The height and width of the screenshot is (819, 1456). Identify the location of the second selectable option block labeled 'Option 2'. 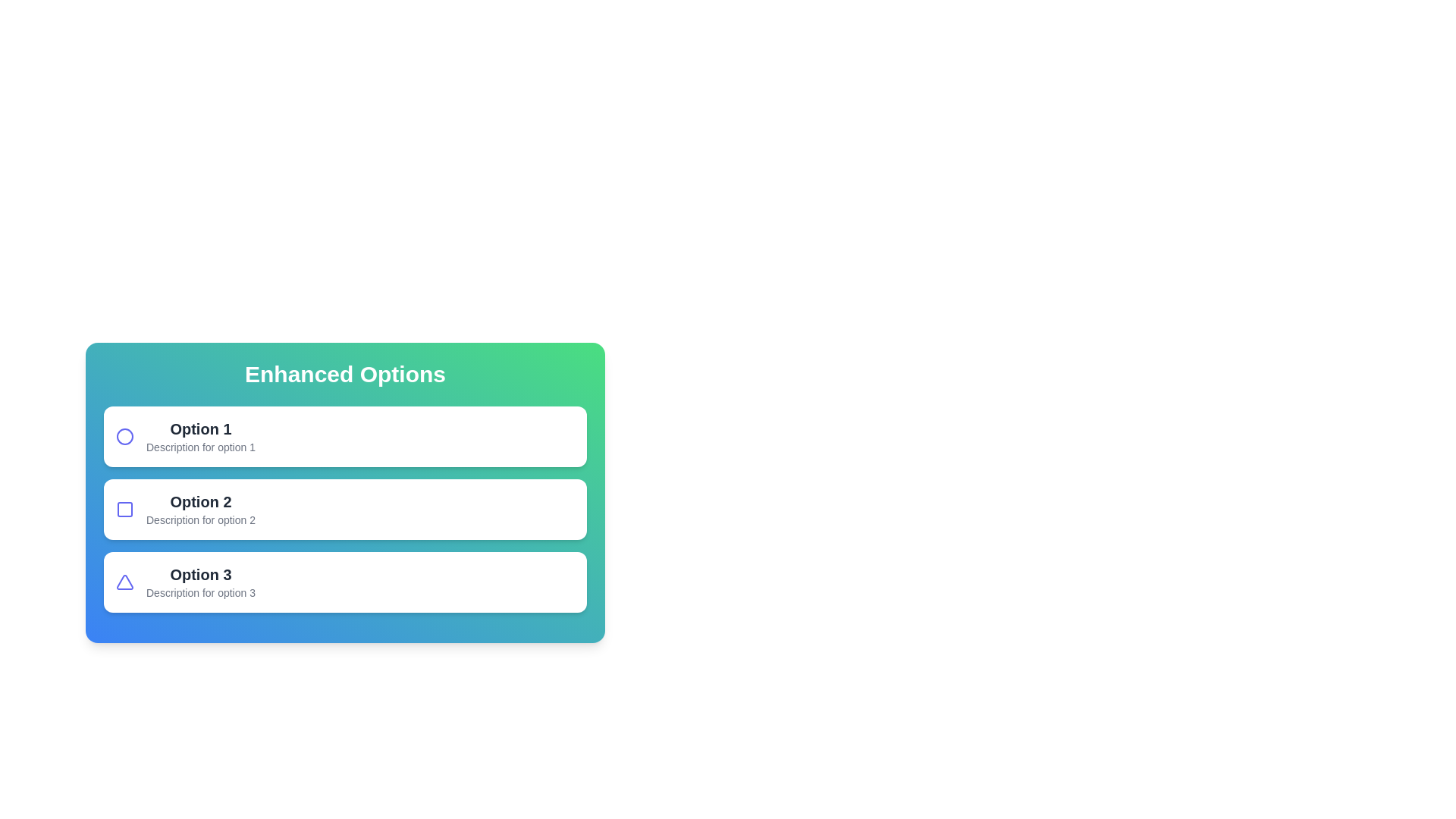
(344, 509).